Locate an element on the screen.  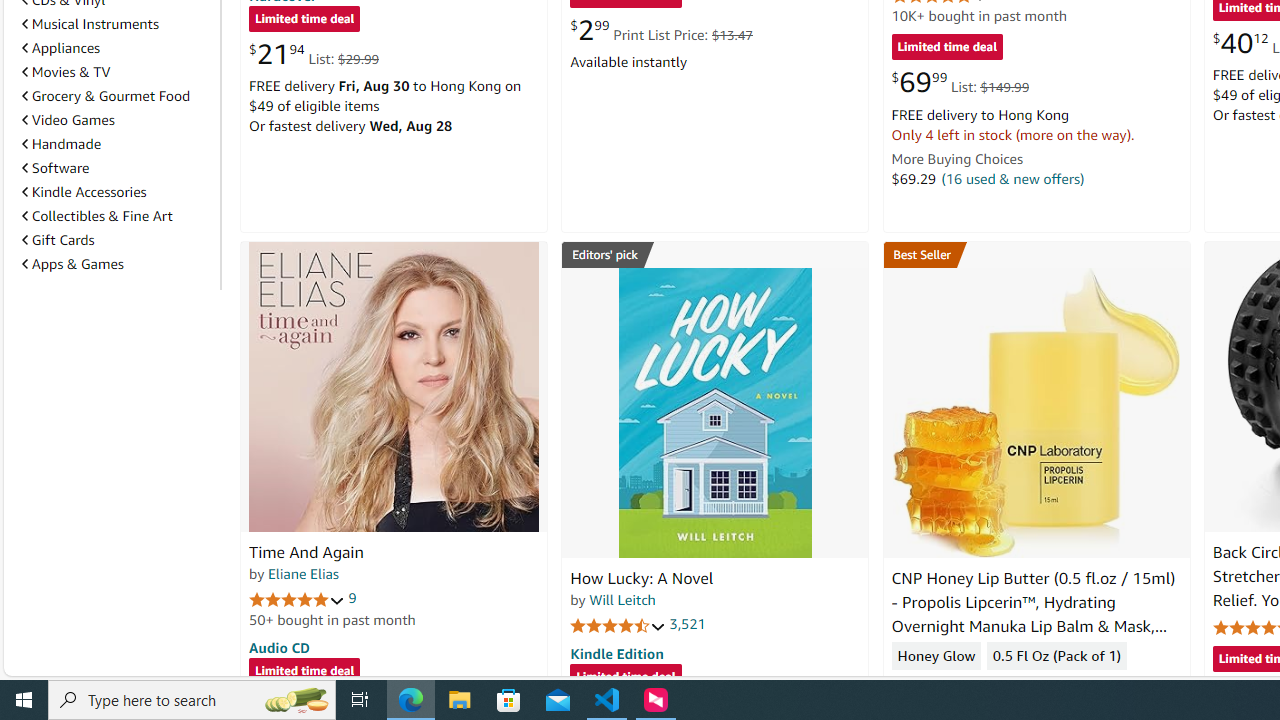
'Movies & TV' is located at coordinates (116, 71).